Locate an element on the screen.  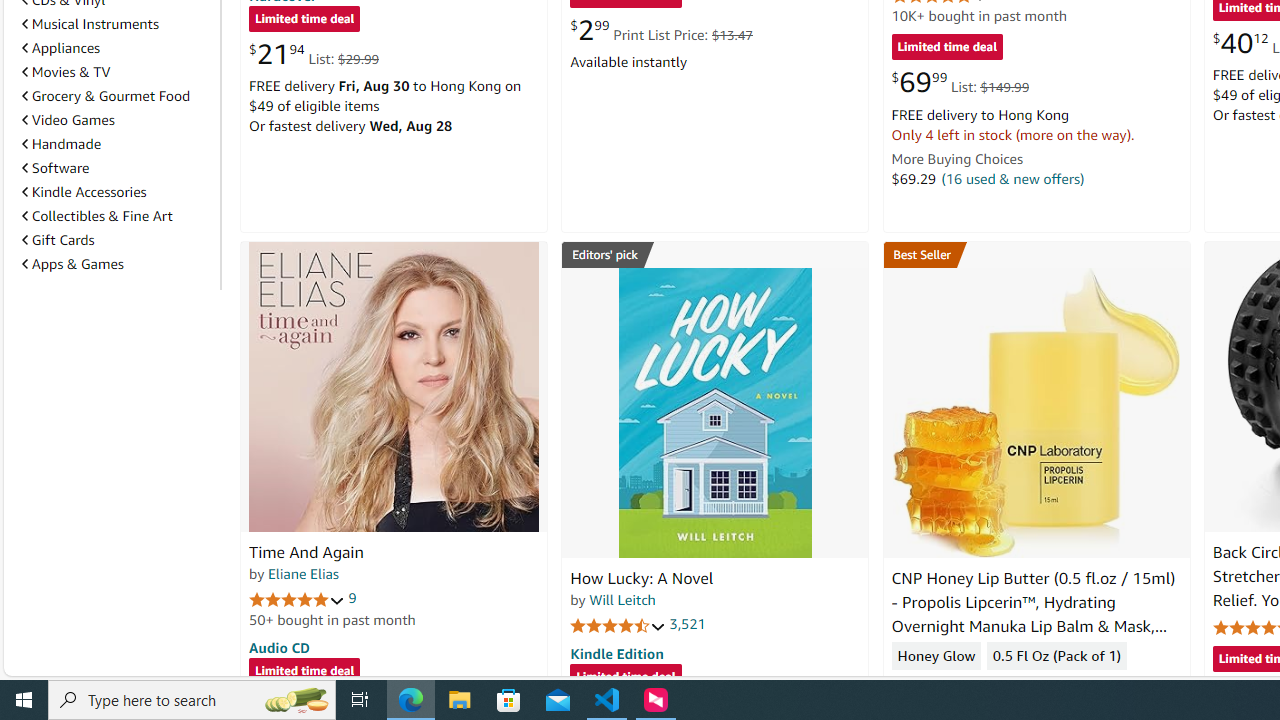
'Movies & TV' is located at coordinates (116, 71).